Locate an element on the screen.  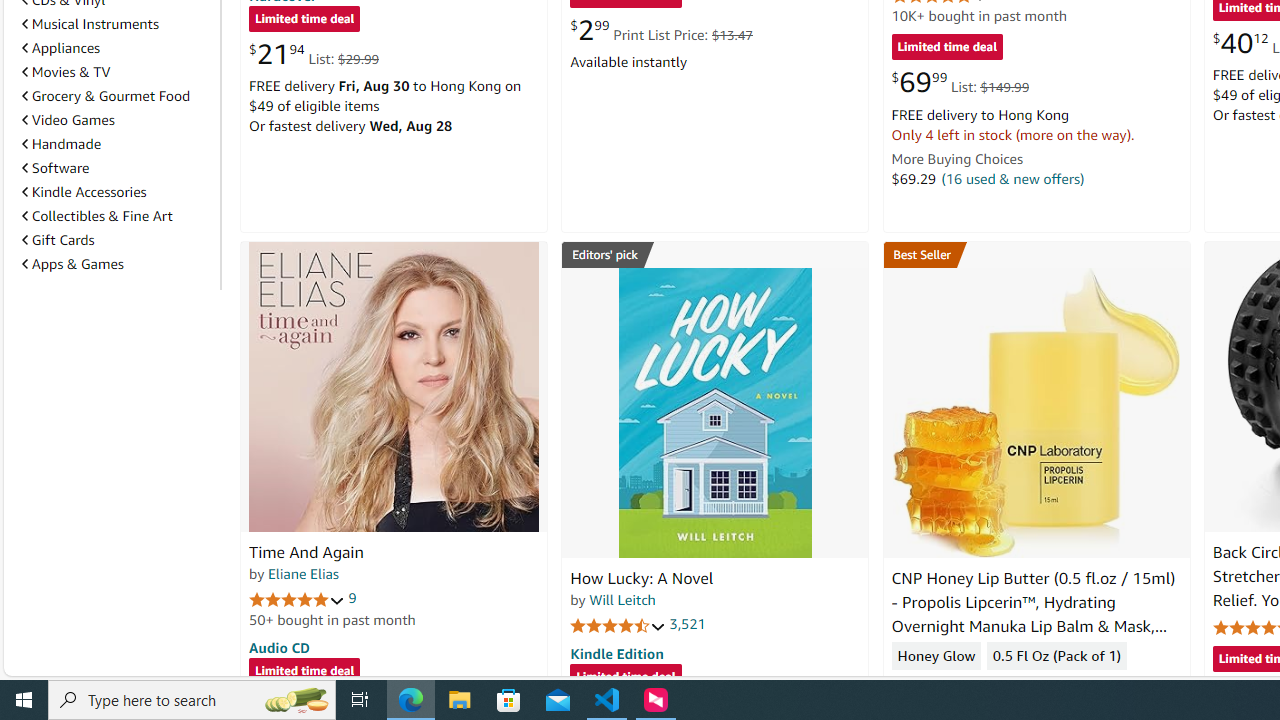
'Movies & TV' is located at coordinates (116, 71).